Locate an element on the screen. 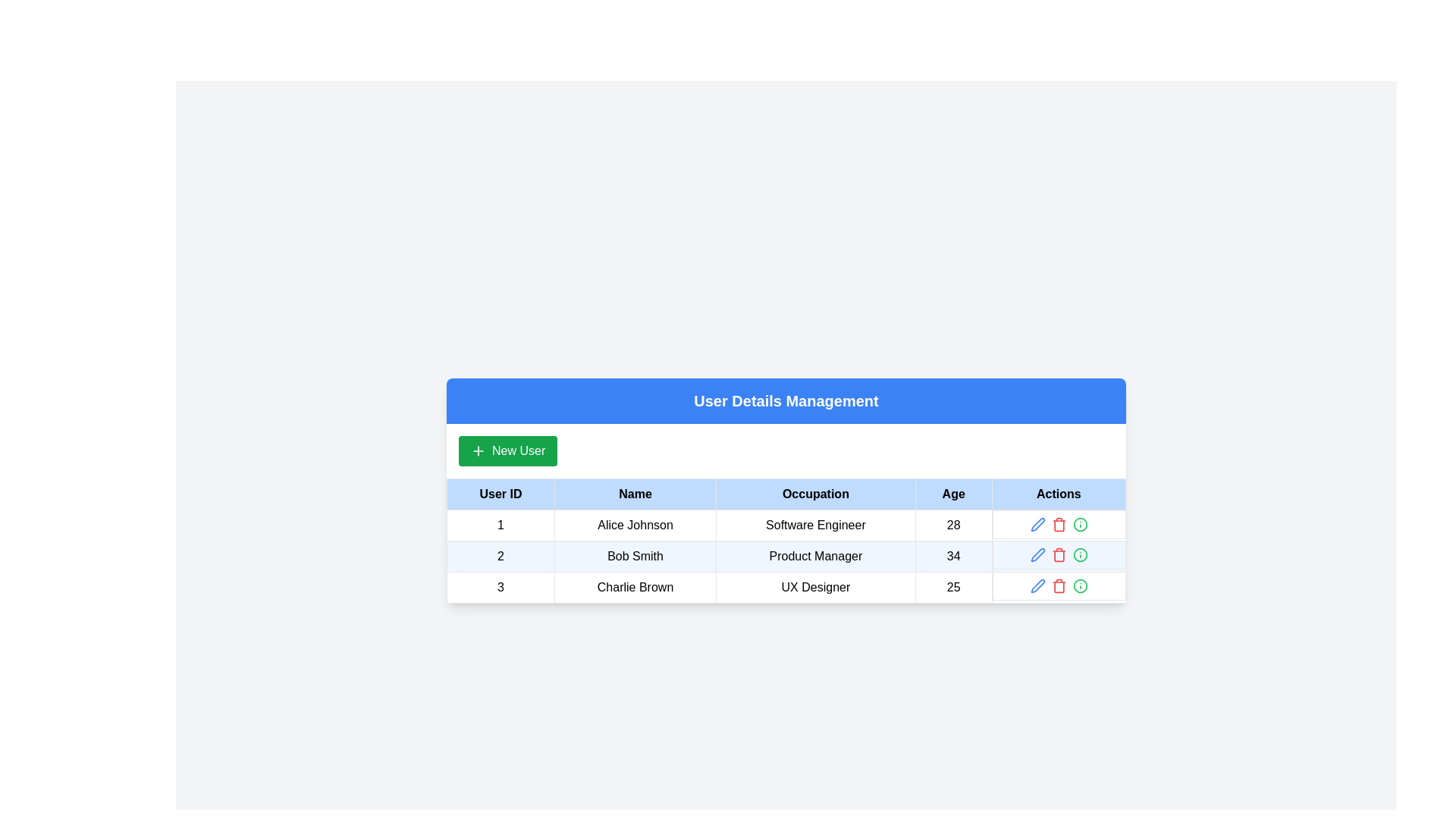 The height and width of the screenshot is (819, 1456). the title or header text element located in the blue header section at the top of the user interface panel, which indicates the purpose of managing user details is located at coordinates (786, 400).